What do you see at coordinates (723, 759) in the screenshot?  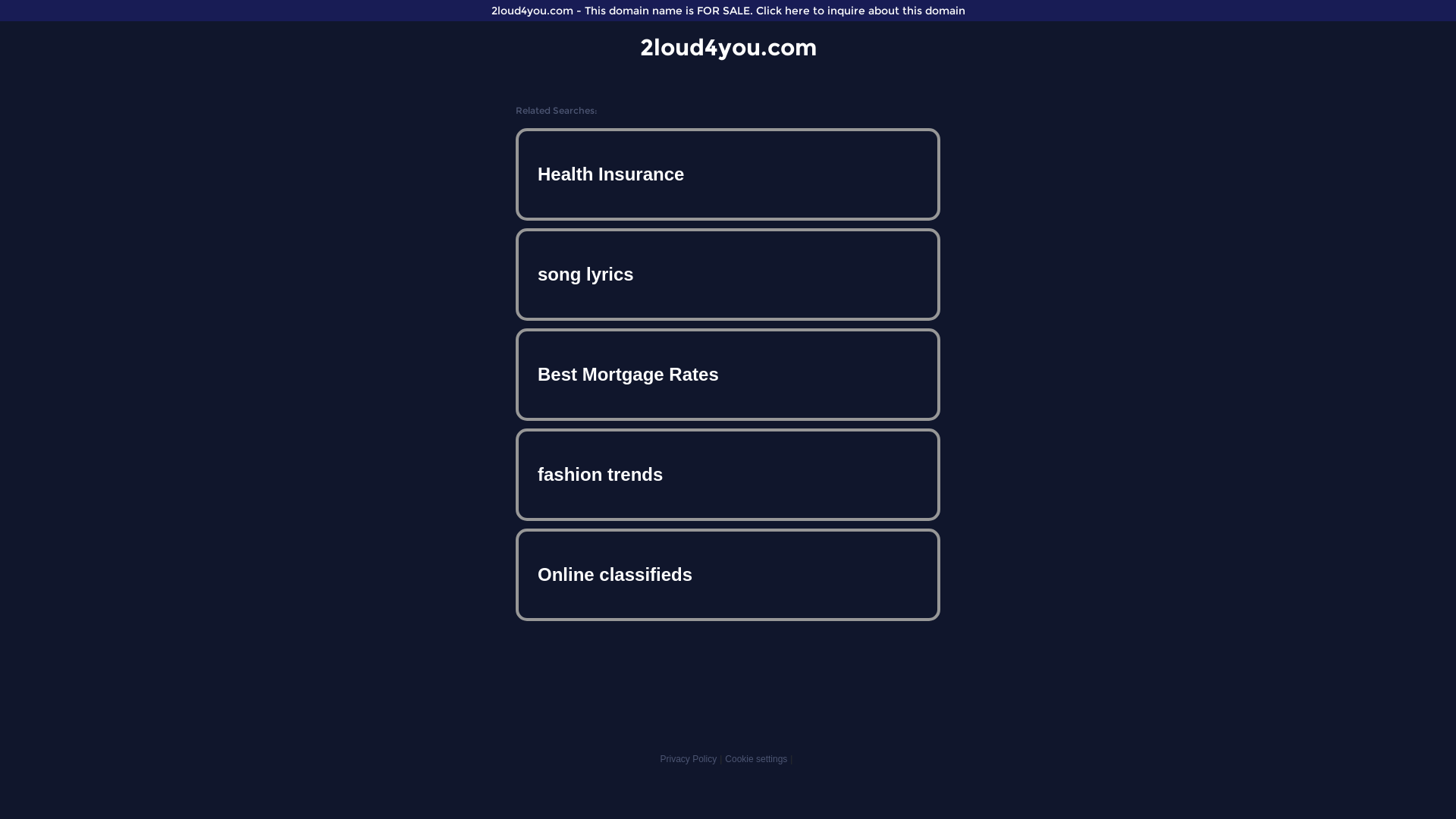 I see `'Cookie settings'` at bounding box center [723, 759].